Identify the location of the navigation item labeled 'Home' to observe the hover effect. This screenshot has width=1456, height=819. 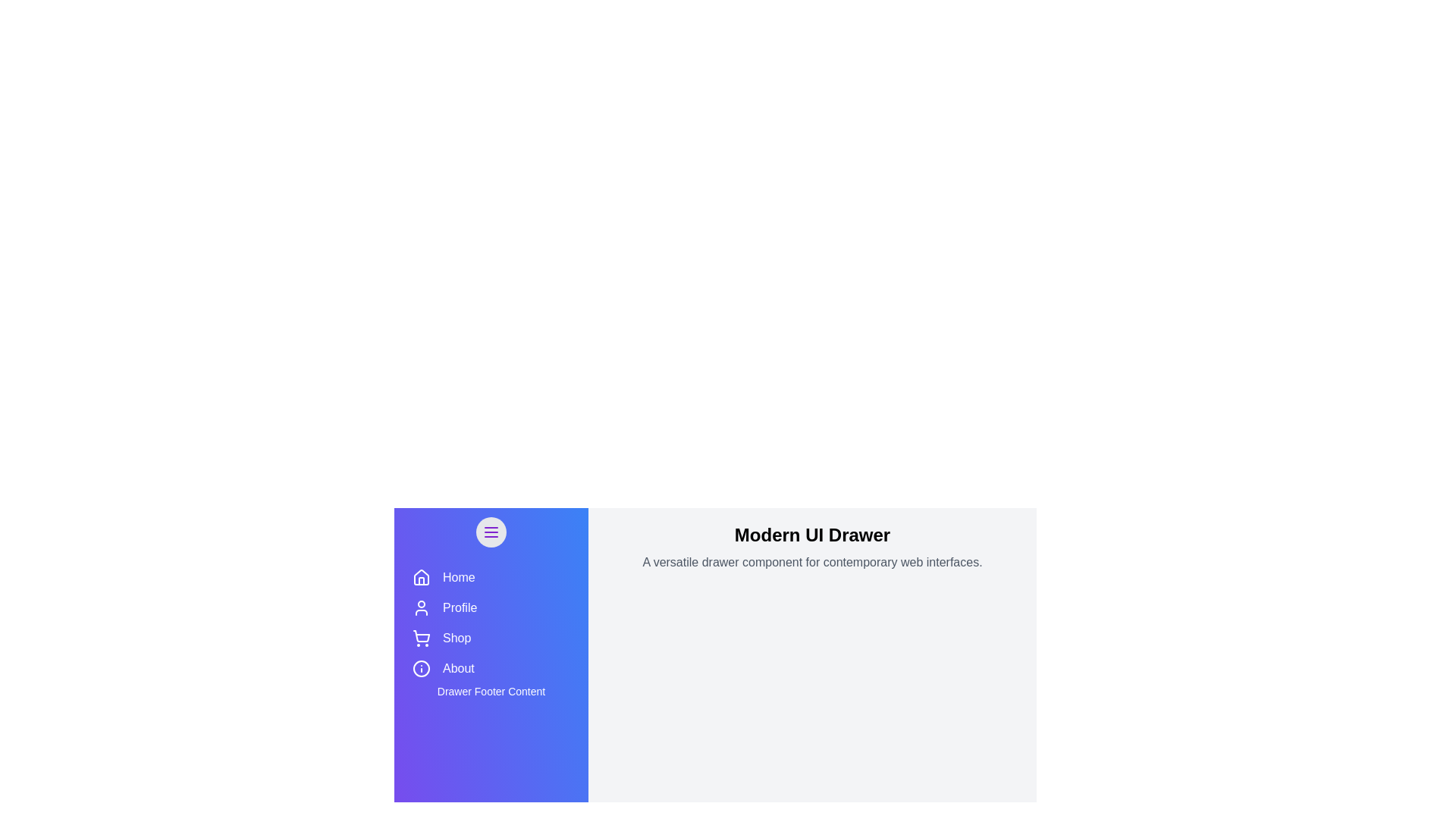
(491, 578).